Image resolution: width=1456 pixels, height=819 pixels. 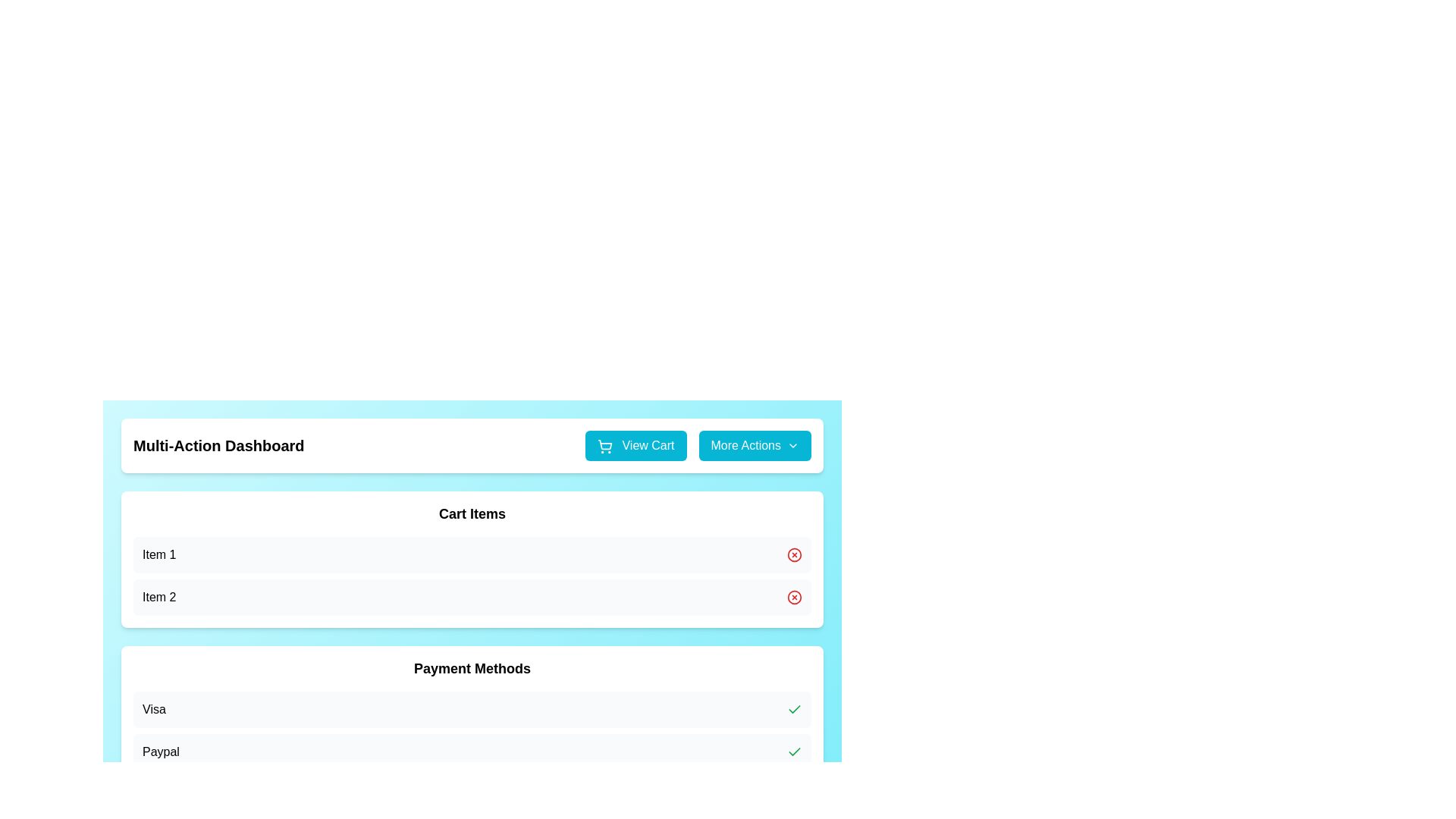 I want to click on the circular red outlined button with a red 'X' icon in the second row of the Cart Items section, so click(x=793, y=555).